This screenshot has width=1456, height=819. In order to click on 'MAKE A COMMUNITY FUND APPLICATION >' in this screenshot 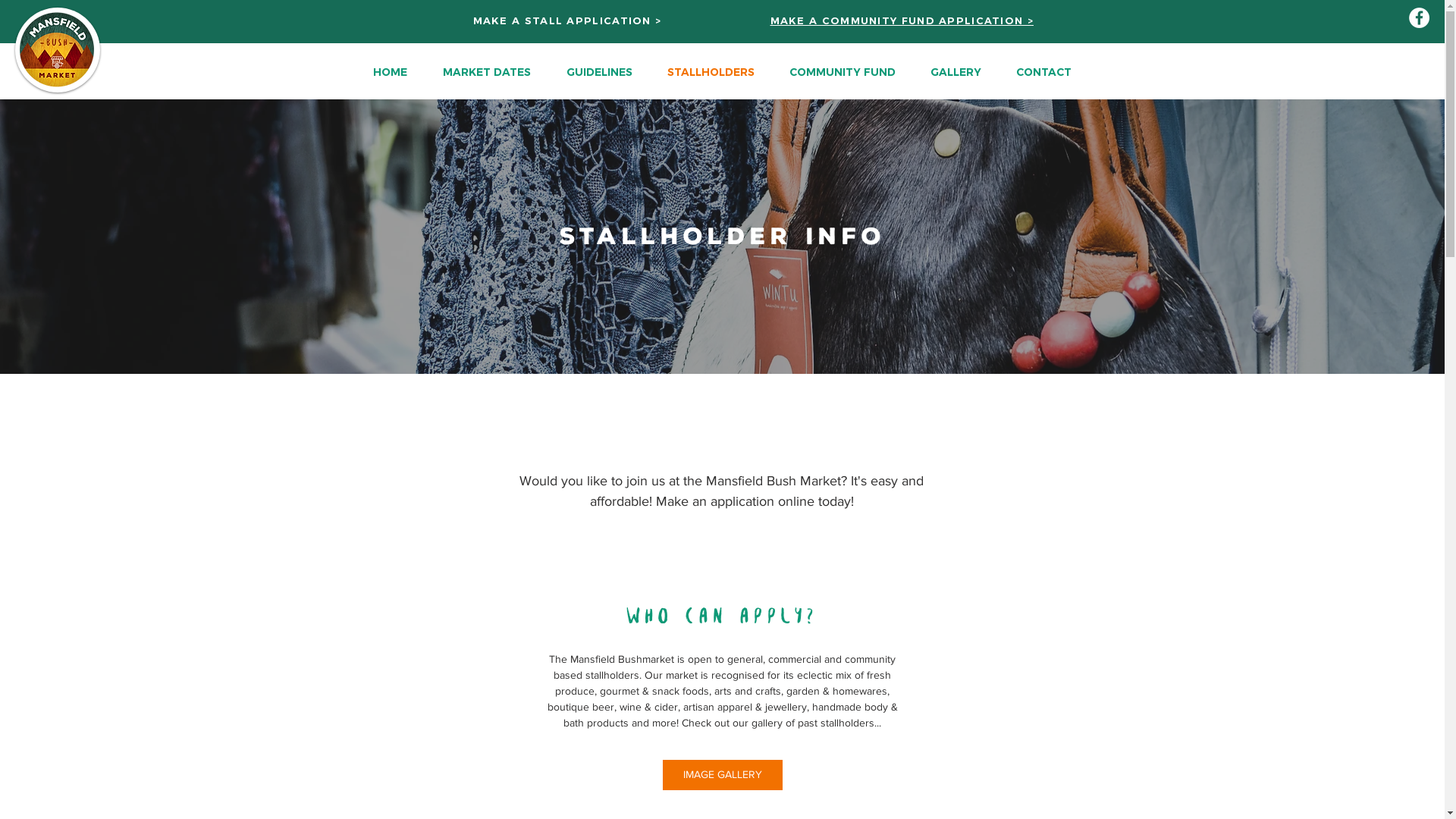, I will do `click(902, 20)`.